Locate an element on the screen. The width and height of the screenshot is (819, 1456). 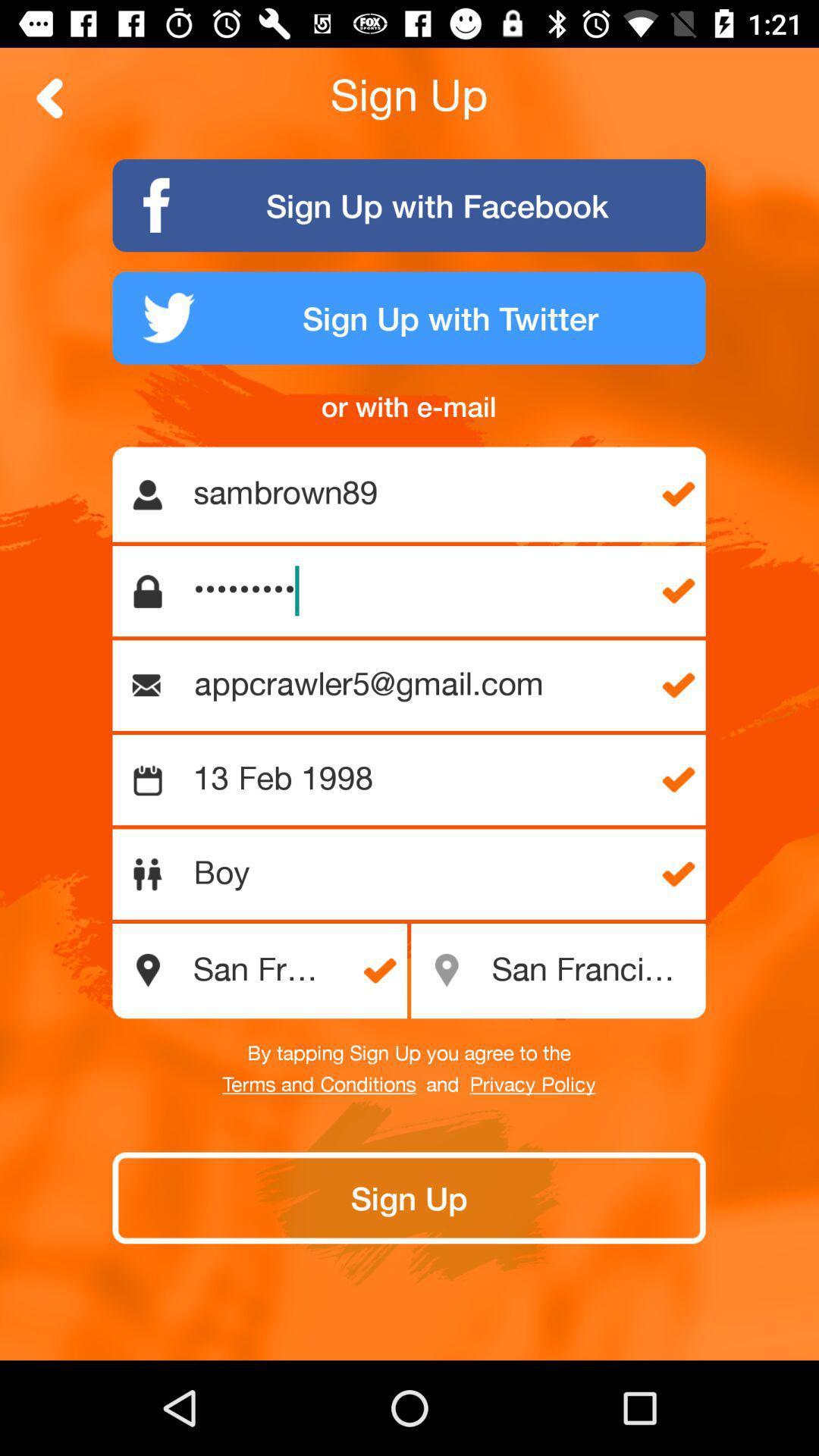
back is located at coordinates (49, 97).